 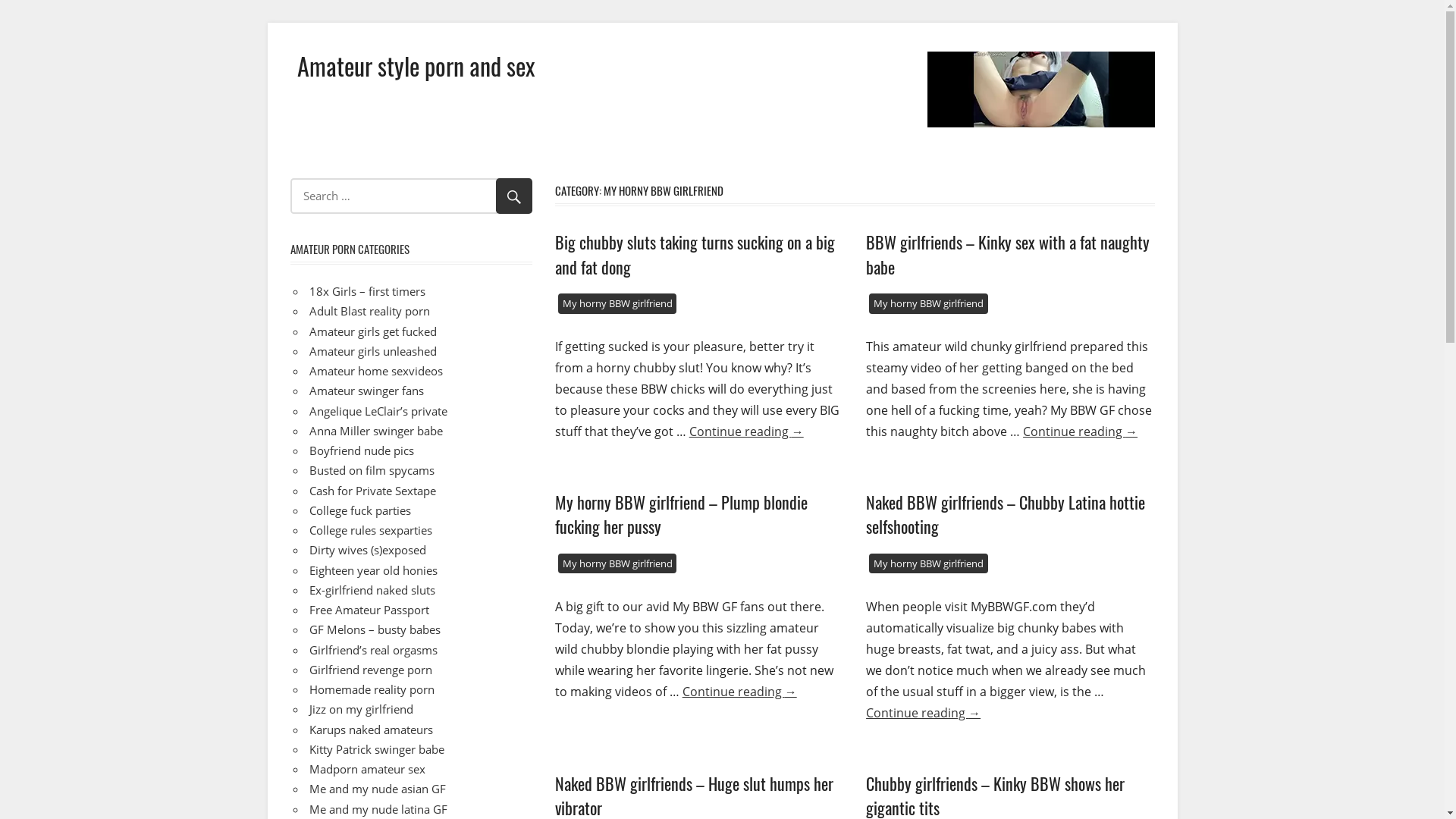 I want to click on 'Amateur girls unleashed', so click(x=309, y=350).